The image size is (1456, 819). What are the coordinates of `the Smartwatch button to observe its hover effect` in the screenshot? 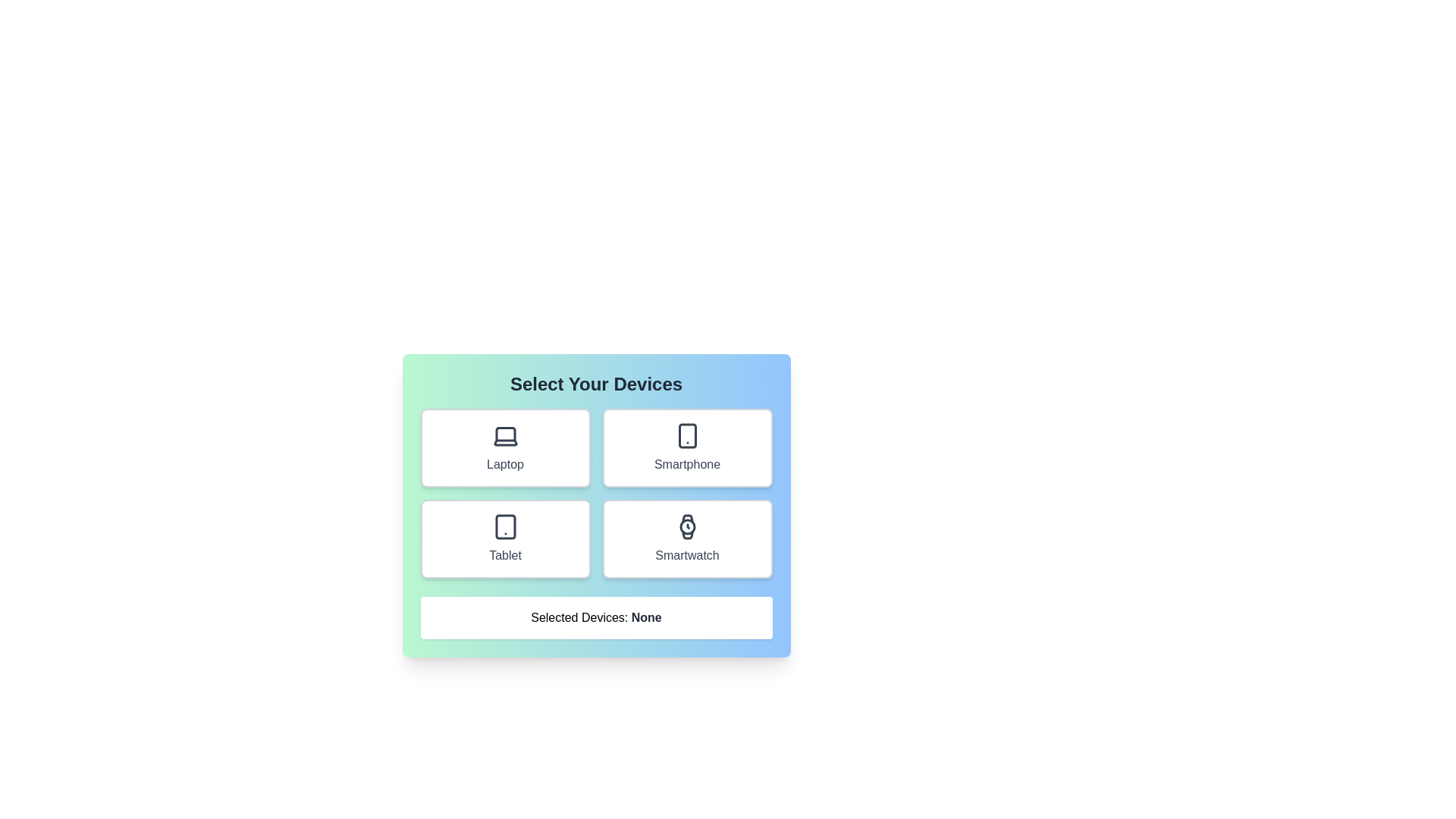 It's located at (686, 538).